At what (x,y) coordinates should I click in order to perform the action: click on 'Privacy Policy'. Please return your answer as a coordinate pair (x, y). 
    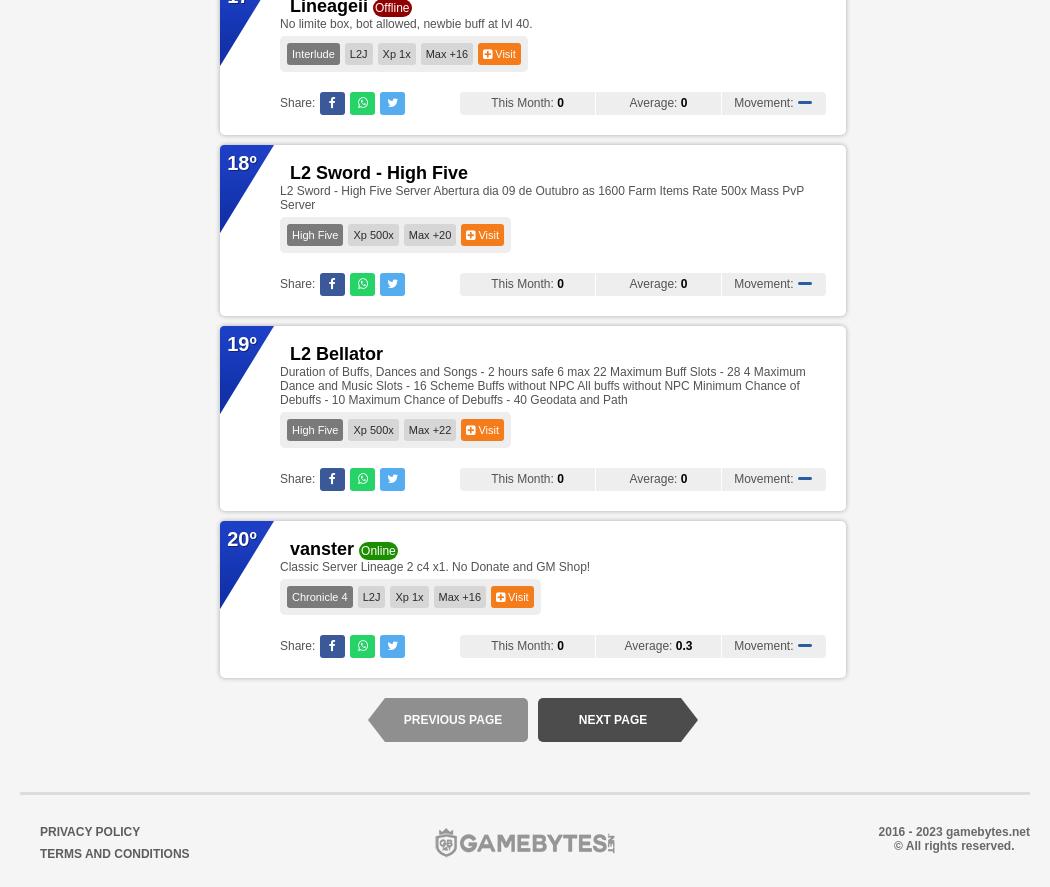
    Looking at the image, I should click on (89, 832).